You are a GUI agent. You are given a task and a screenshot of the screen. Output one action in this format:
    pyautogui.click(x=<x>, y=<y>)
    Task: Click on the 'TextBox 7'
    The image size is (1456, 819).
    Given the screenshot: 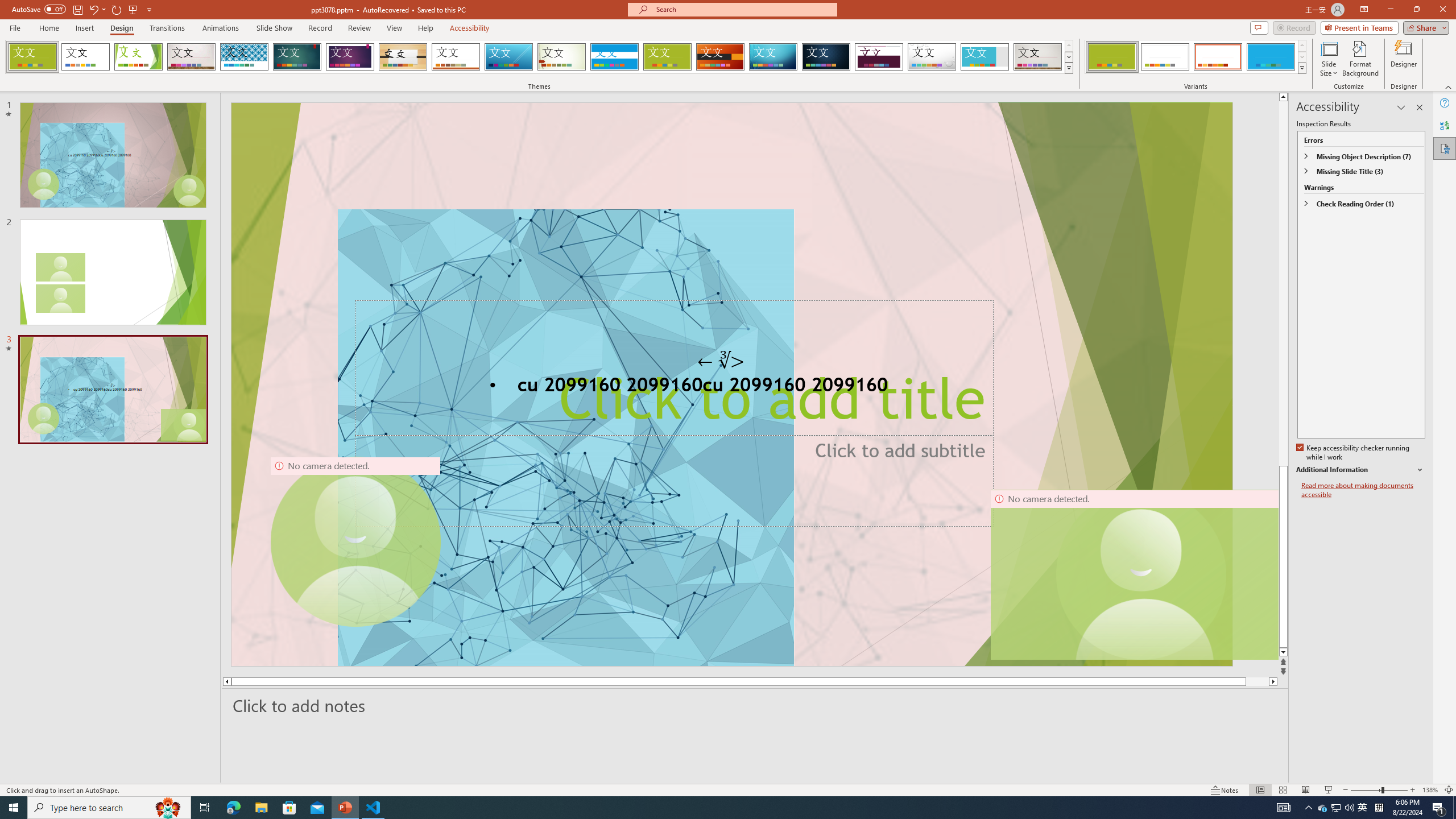 What is the action you would take?
    pyautogui.click(x=721, y=359)
    